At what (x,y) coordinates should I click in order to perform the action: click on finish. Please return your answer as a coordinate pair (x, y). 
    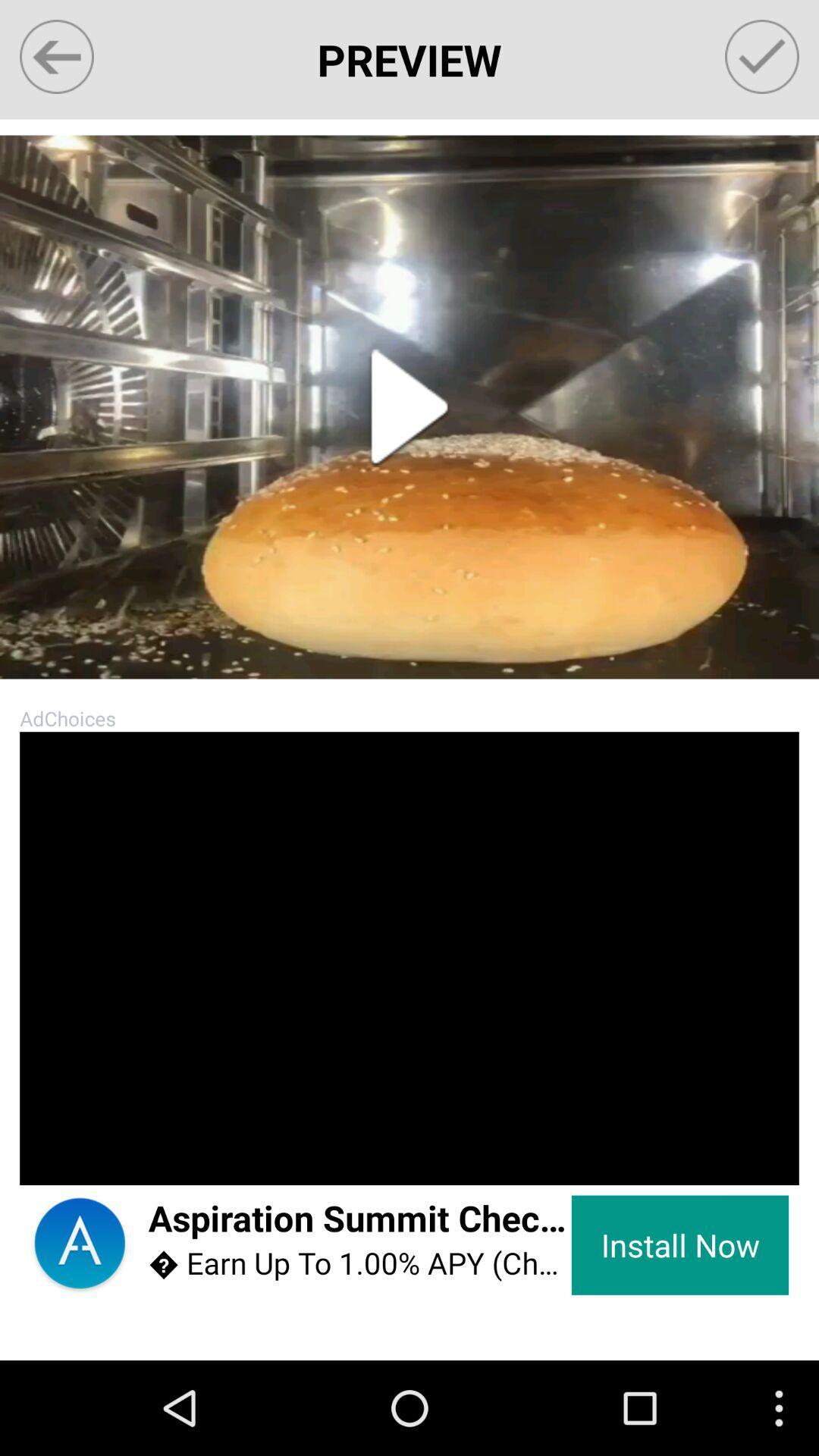
    Looking at the image, I should click on (762, 57).